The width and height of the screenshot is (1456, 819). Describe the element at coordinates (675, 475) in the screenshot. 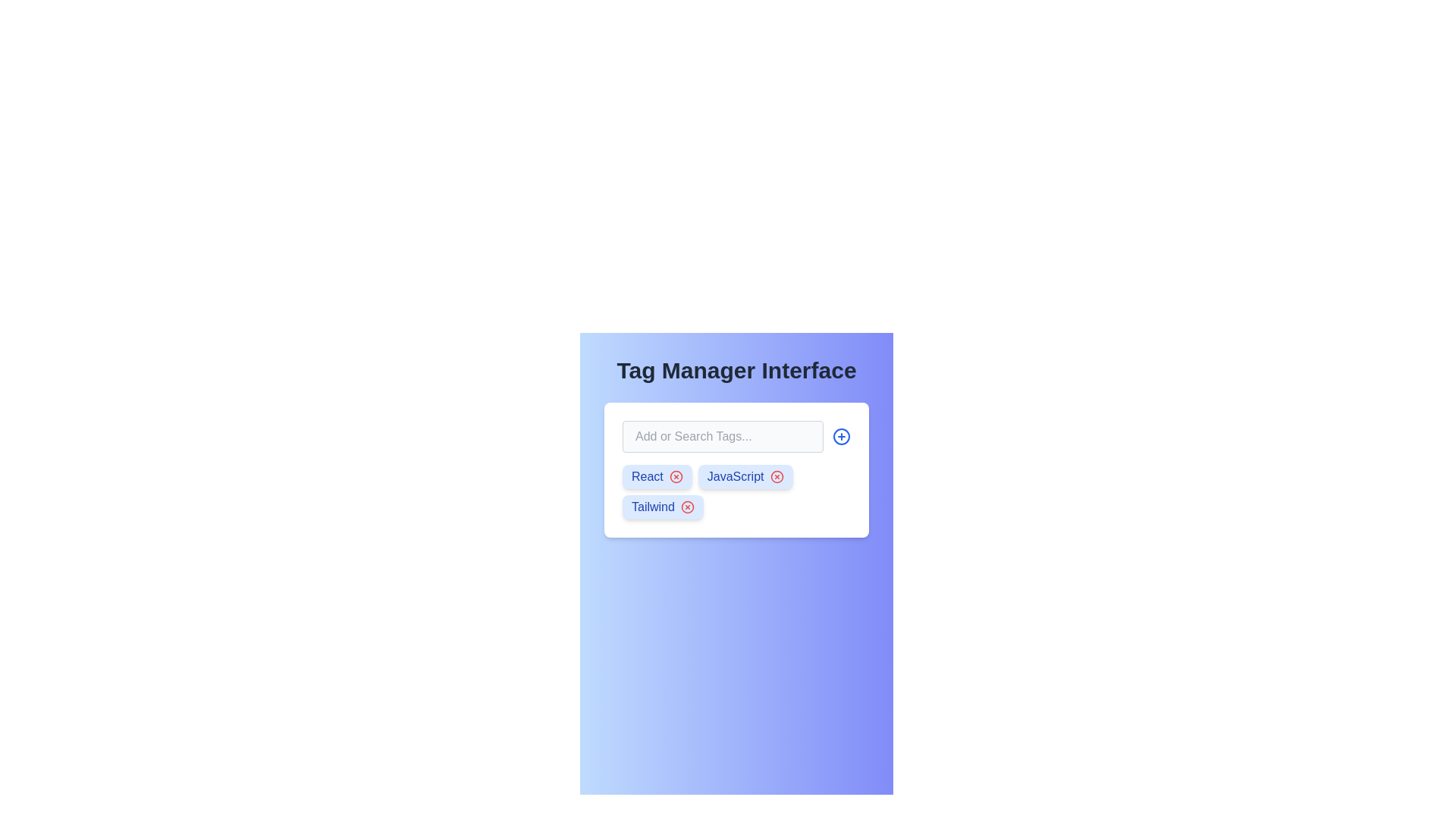

I see `the circular icon button with a red 'X' symbol, located to the right of the 'React' label in the tag list` at that location.